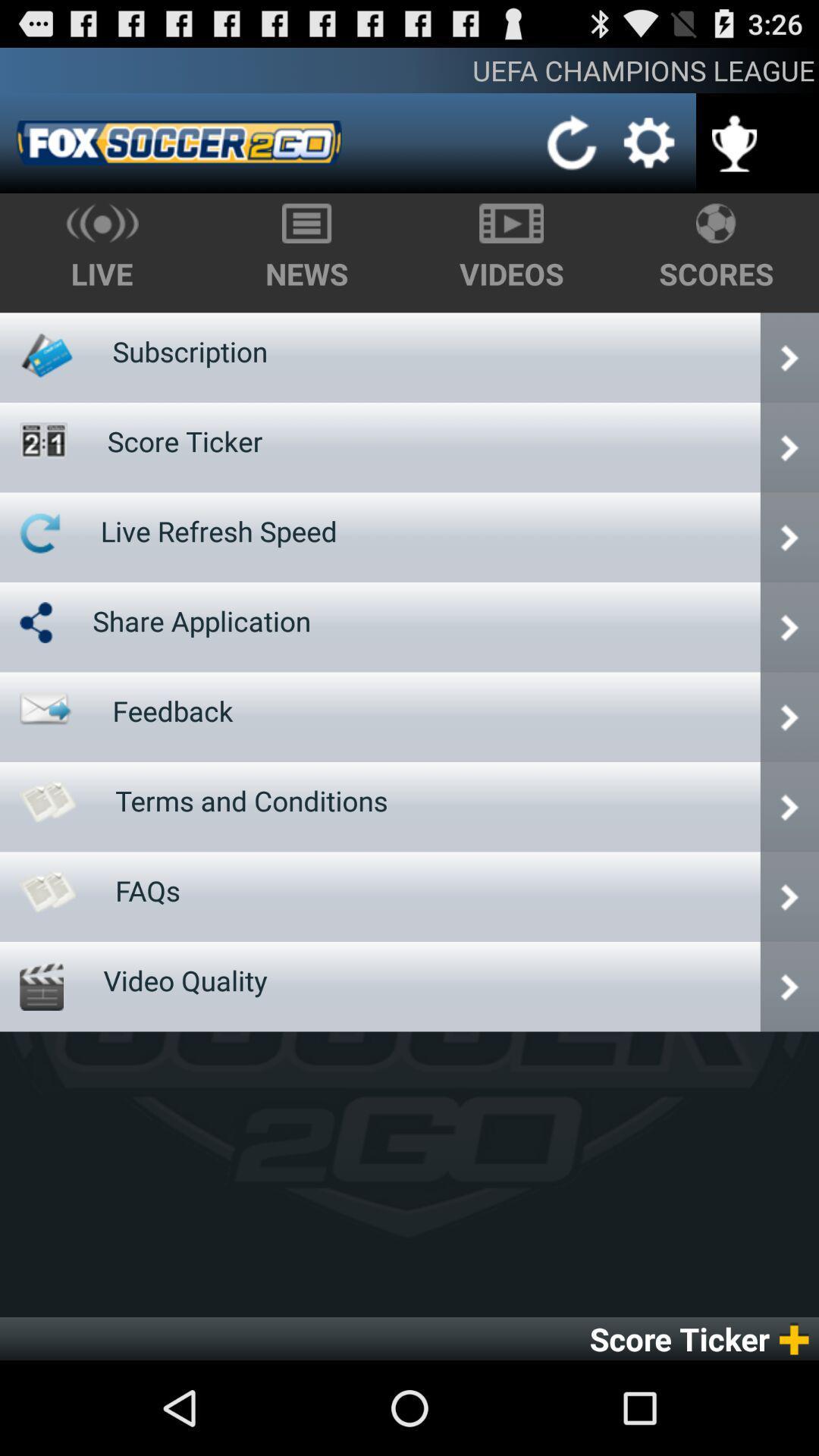 This screenshot has width=819, height=1456. I want to click on video quality app, so click(184, 980).